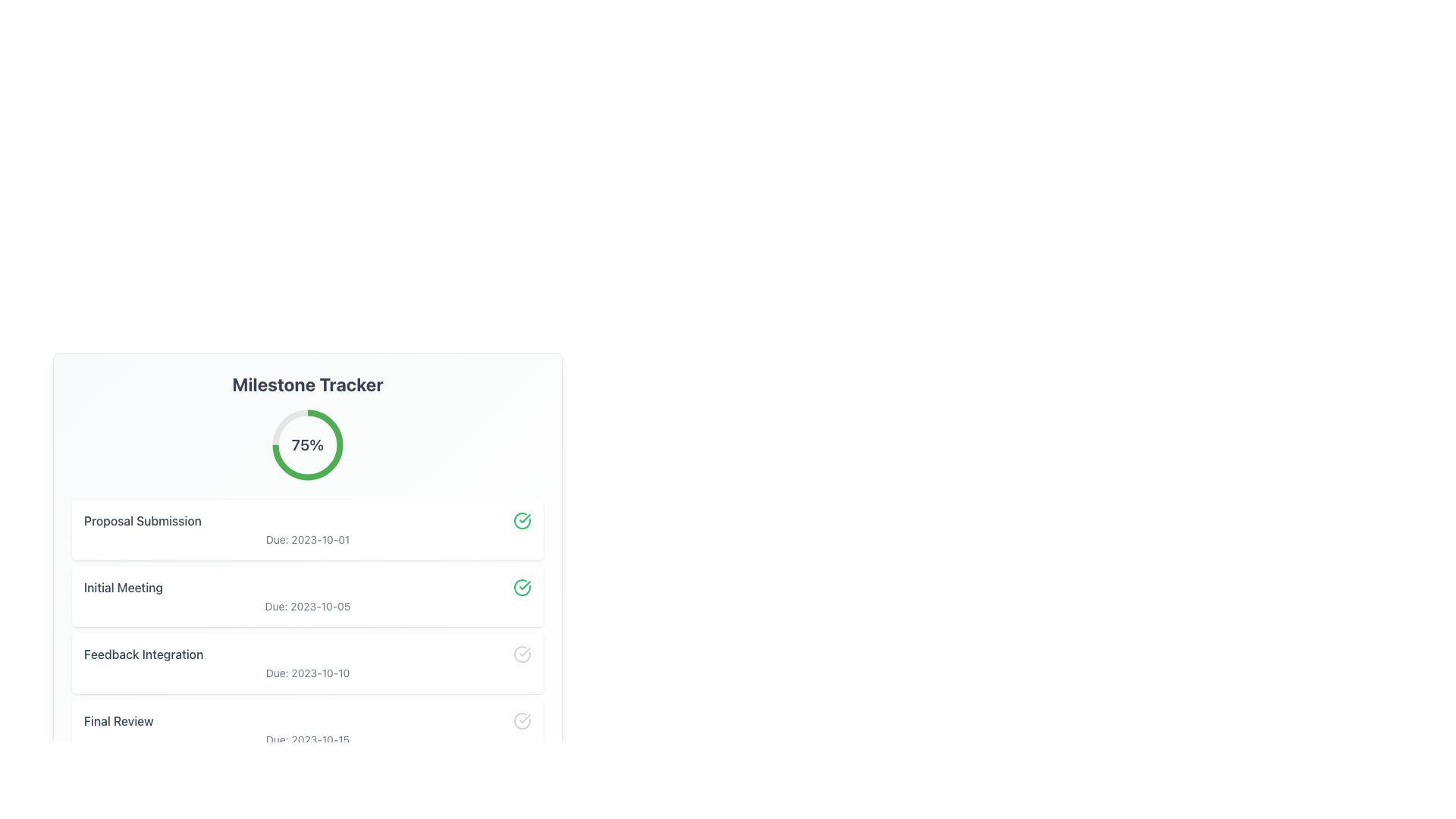  I want to click on the content block displaying 'Initial Meeting' with a due date of 'Due: 2023-10-05' and a green check icon, located in the 'Milestone Tracker' section, so click(307, 595).